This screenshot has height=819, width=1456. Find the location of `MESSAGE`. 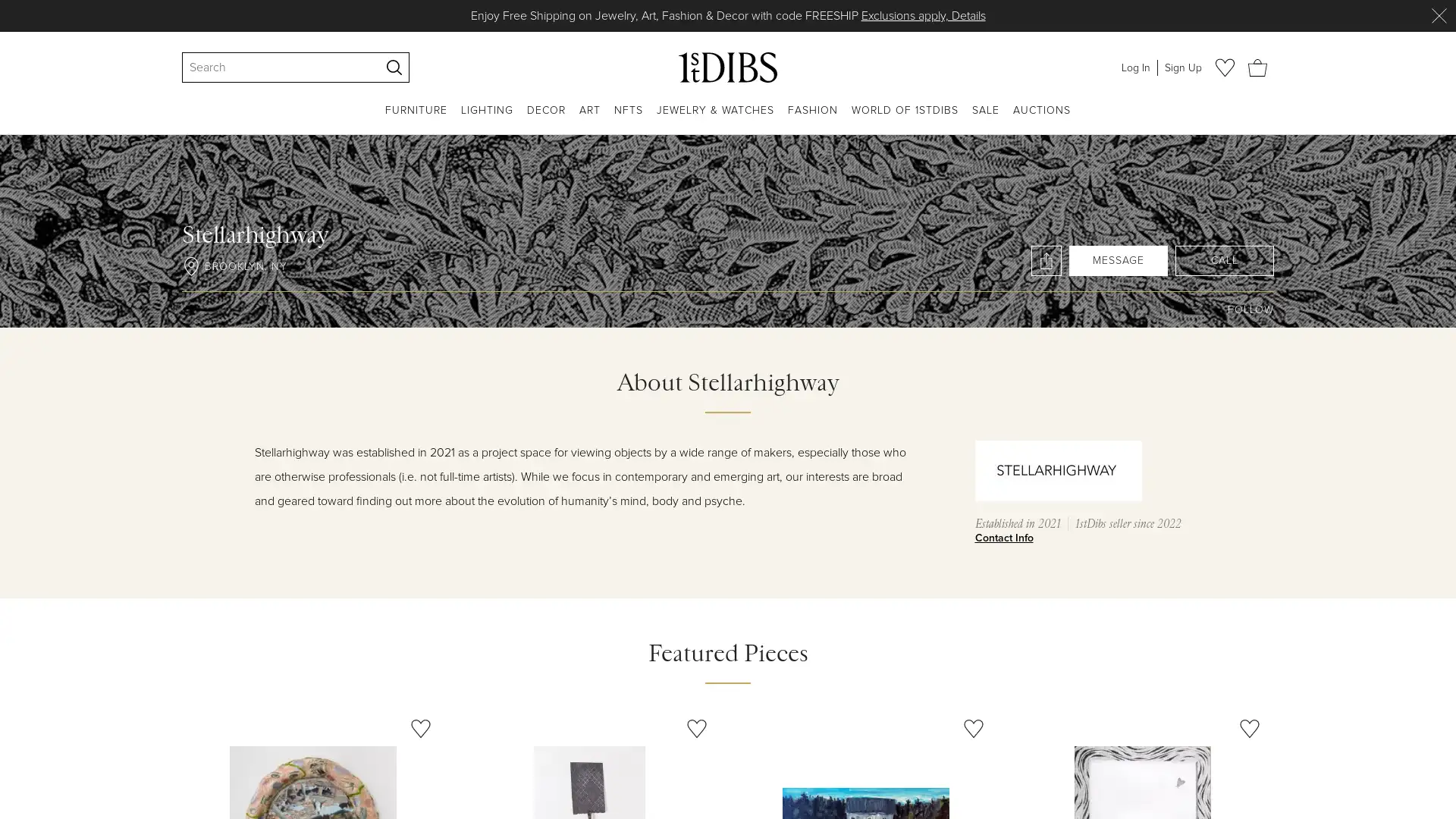

MESSAGE is located at coordinates (1118, 259).